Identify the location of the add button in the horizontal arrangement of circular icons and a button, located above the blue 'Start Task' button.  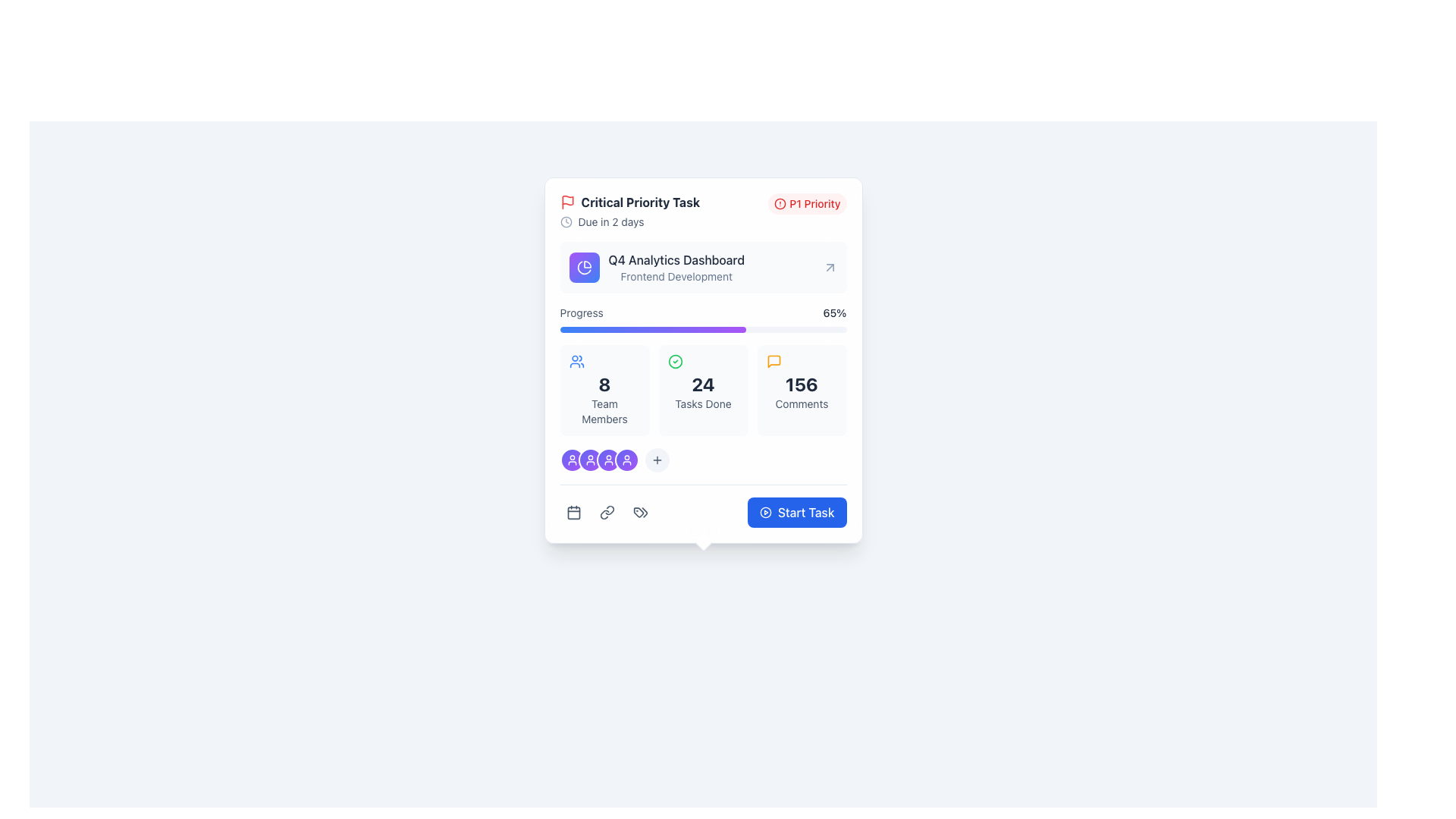
(702, 459).